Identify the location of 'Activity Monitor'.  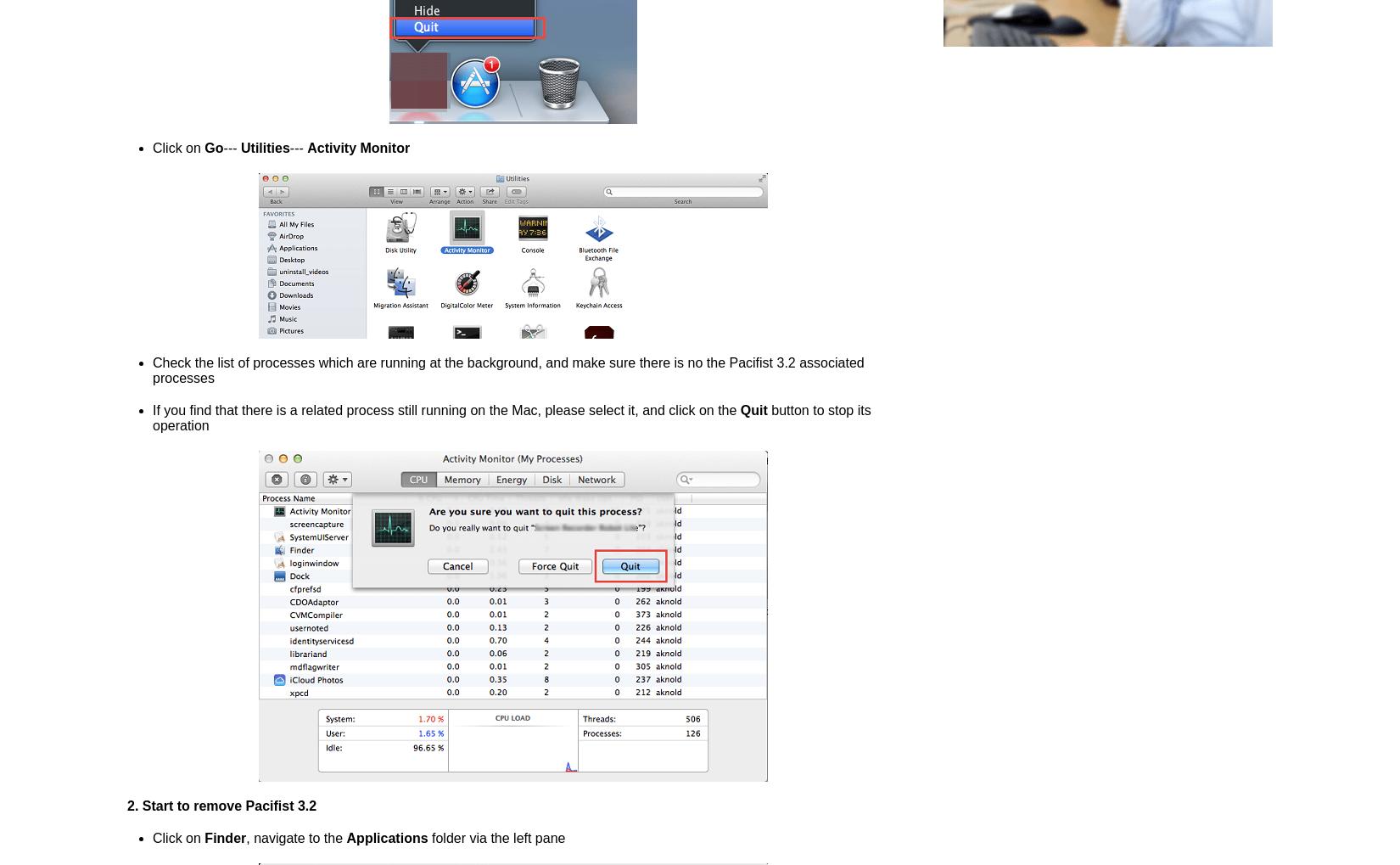
(357, 148).